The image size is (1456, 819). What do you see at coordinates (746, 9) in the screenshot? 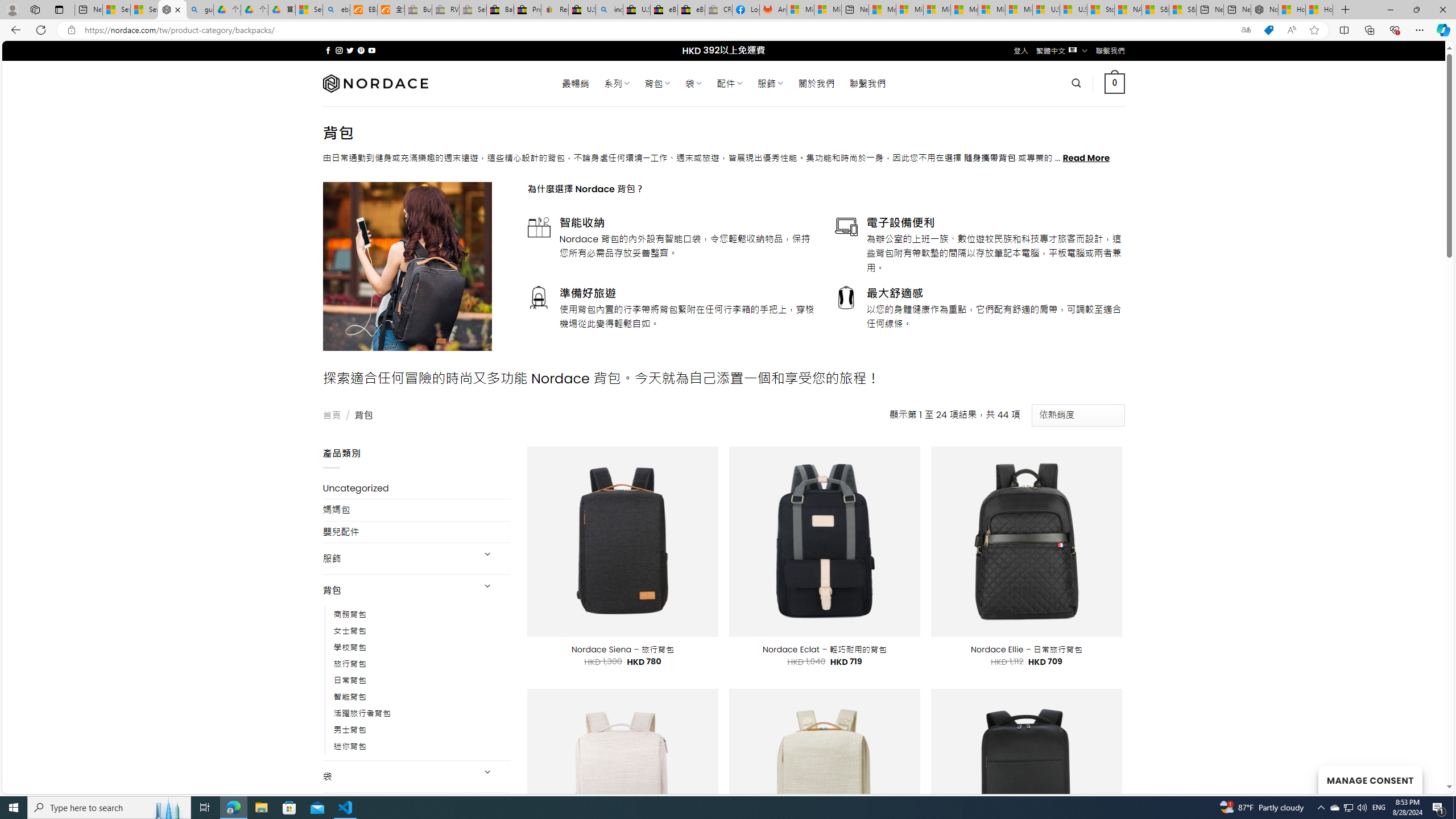
I see `'Log into Facebook'` at bounding box center [746, 9].